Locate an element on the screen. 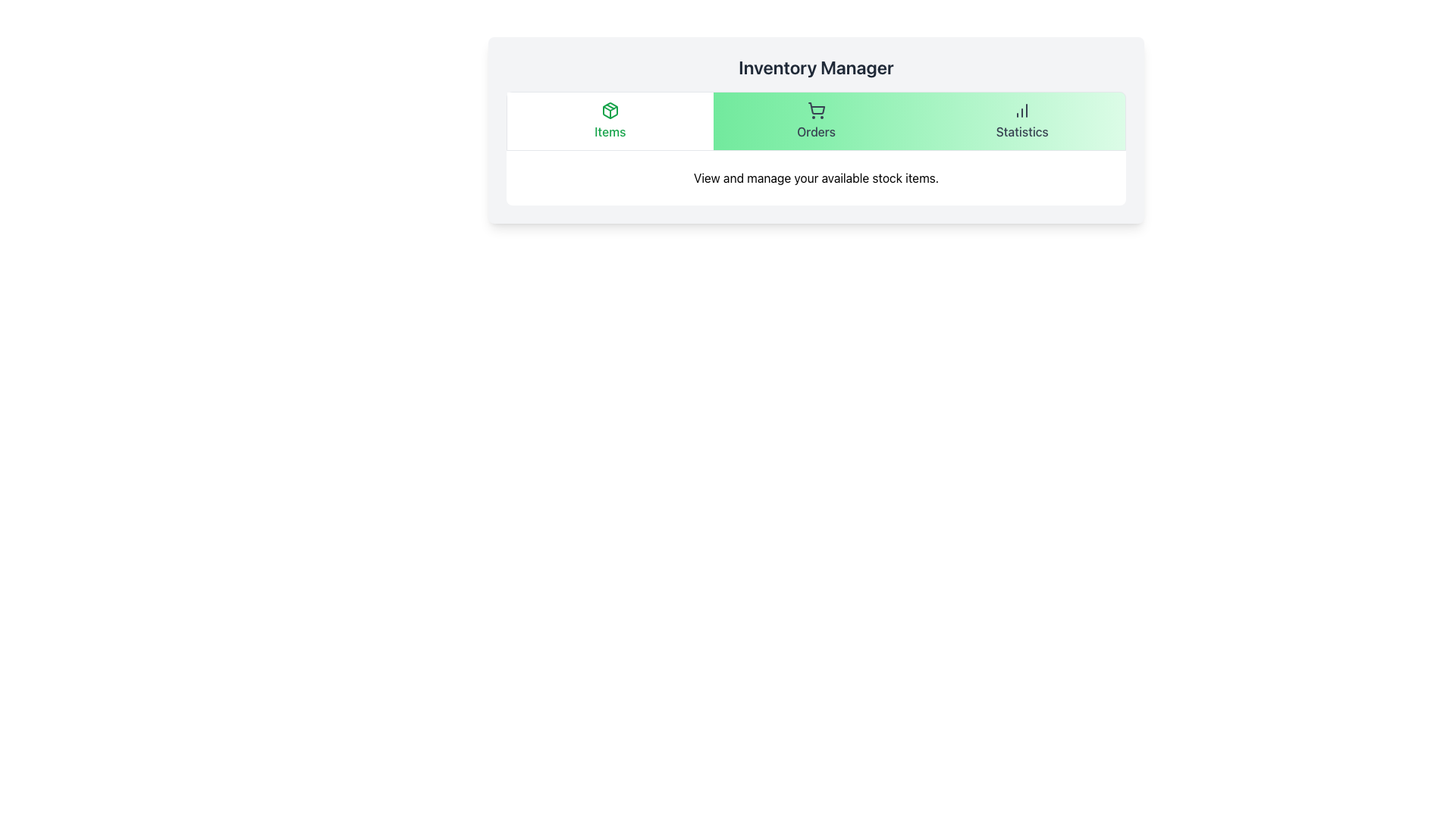 The image size is (1456, 819). the leftmost navigation button is located at coordinates (610, 120).